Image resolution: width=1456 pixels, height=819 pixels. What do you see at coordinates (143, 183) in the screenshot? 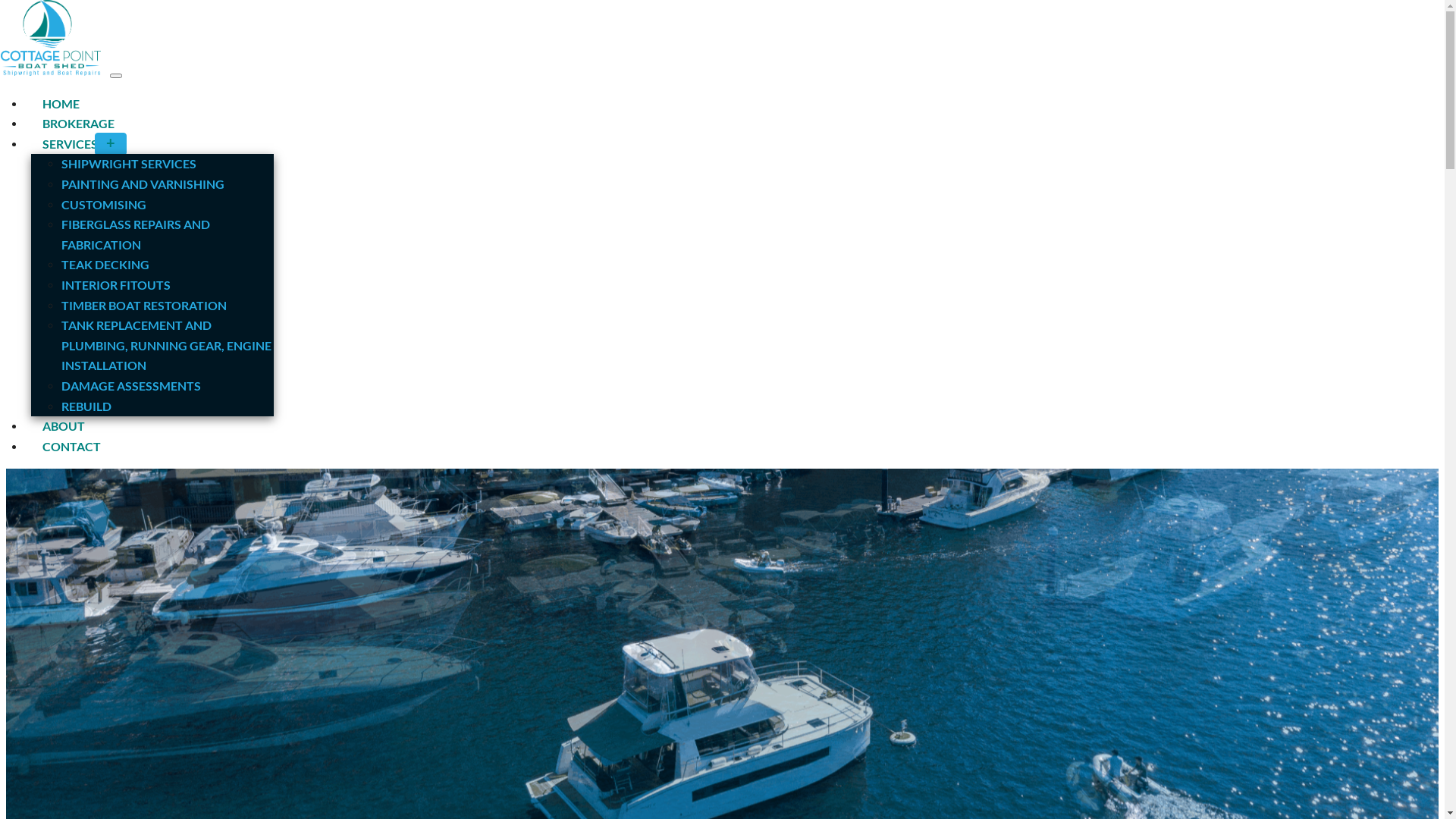
I see `'PAINTING AND VARNISHING'` at bounding box center [143, 183].